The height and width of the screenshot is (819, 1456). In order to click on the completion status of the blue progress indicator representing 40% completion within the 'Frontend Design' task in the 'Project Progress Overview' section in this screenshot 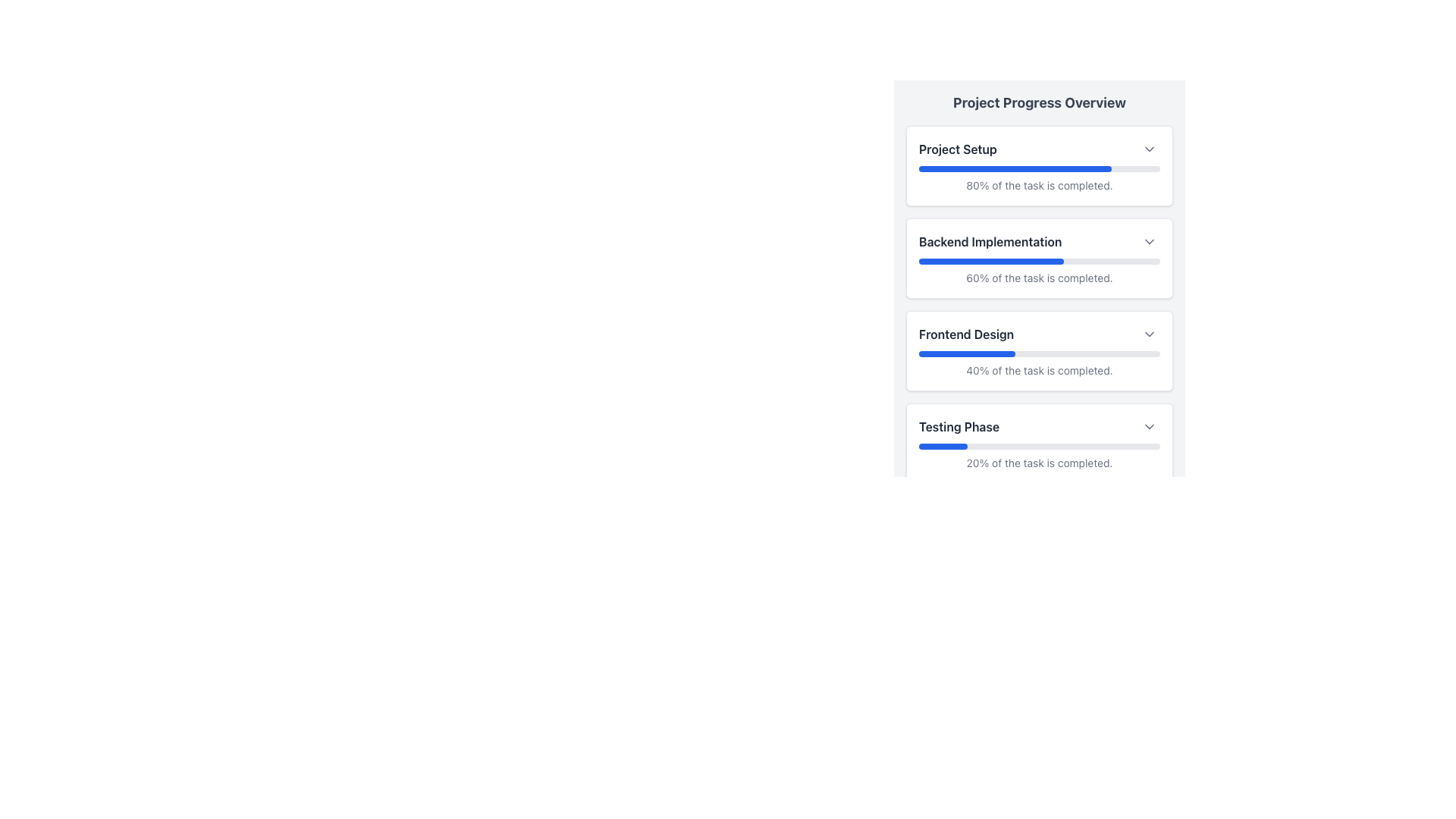, I will do `click(966, 353)`.